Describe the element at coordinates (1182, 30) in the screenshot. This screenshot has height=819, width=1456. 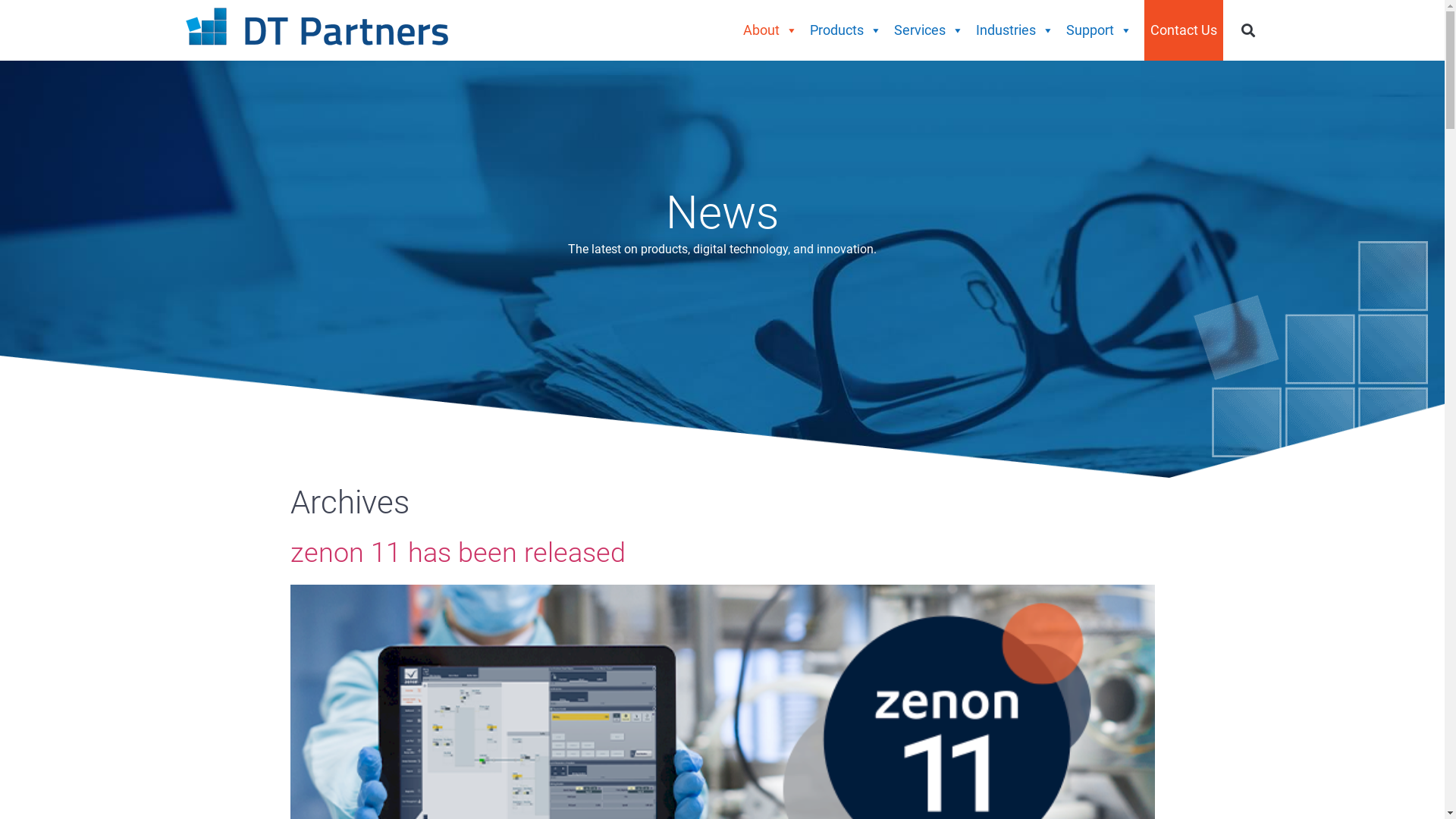
I see `'Contact Us'` at that location.